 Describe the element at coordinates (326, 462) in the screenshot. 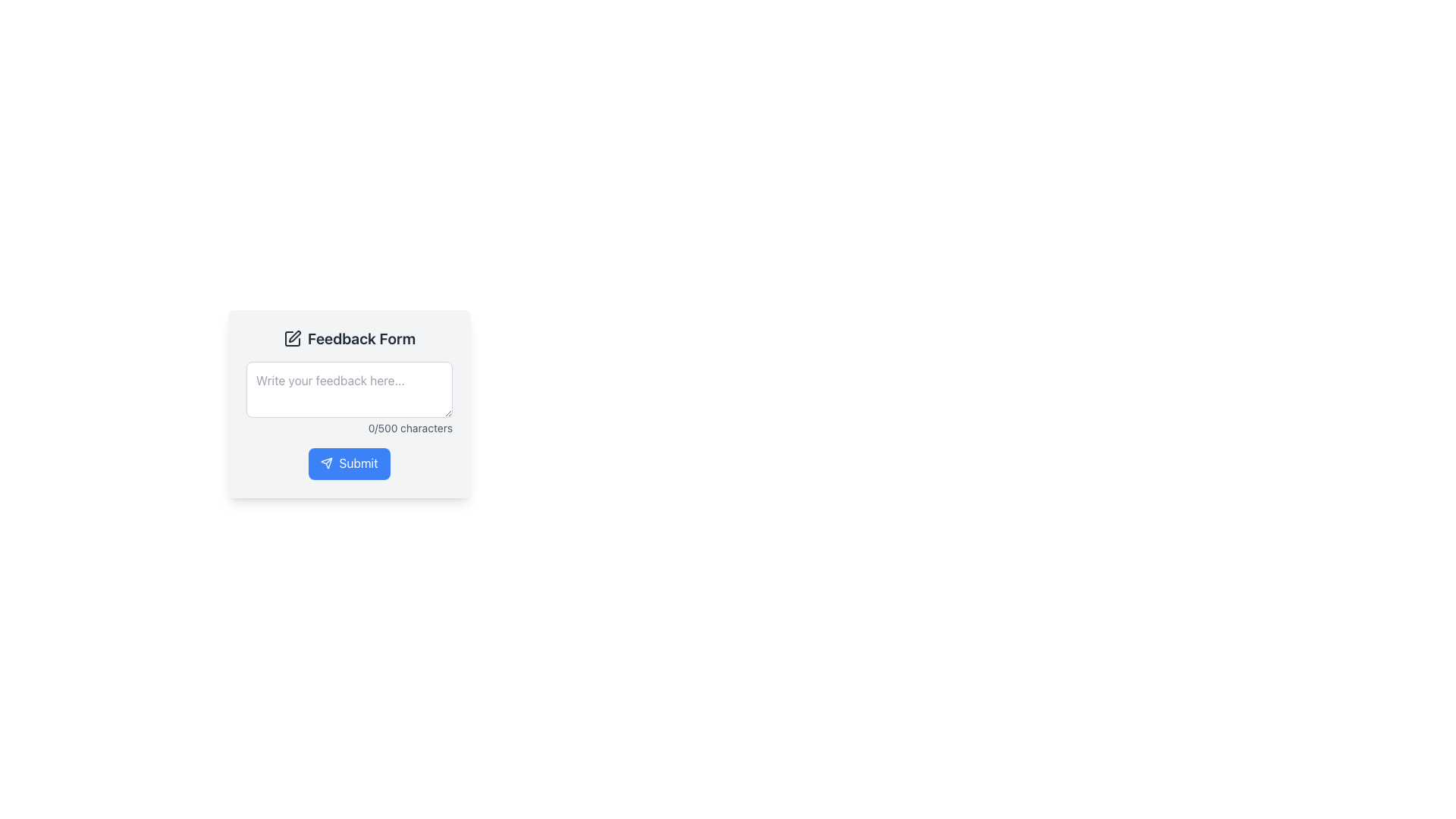

I see `the triangular-shaped icon within the SVG graphic located in the bottom-right area of the feedback form for additional feedback` at that location.